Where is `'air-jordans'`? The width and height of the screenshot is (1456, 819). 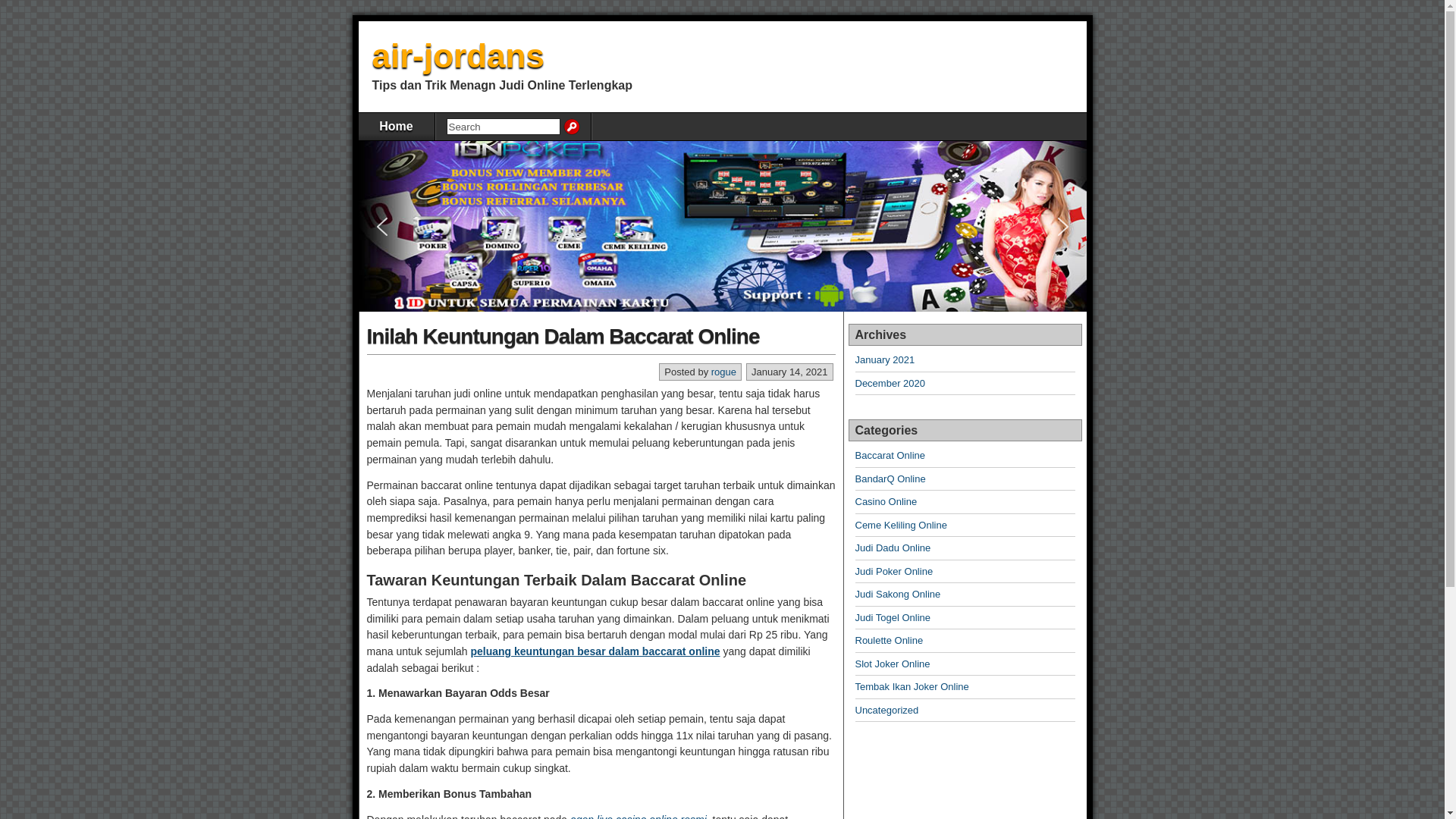 'air-jordans' is located at coordinates (457, 55).